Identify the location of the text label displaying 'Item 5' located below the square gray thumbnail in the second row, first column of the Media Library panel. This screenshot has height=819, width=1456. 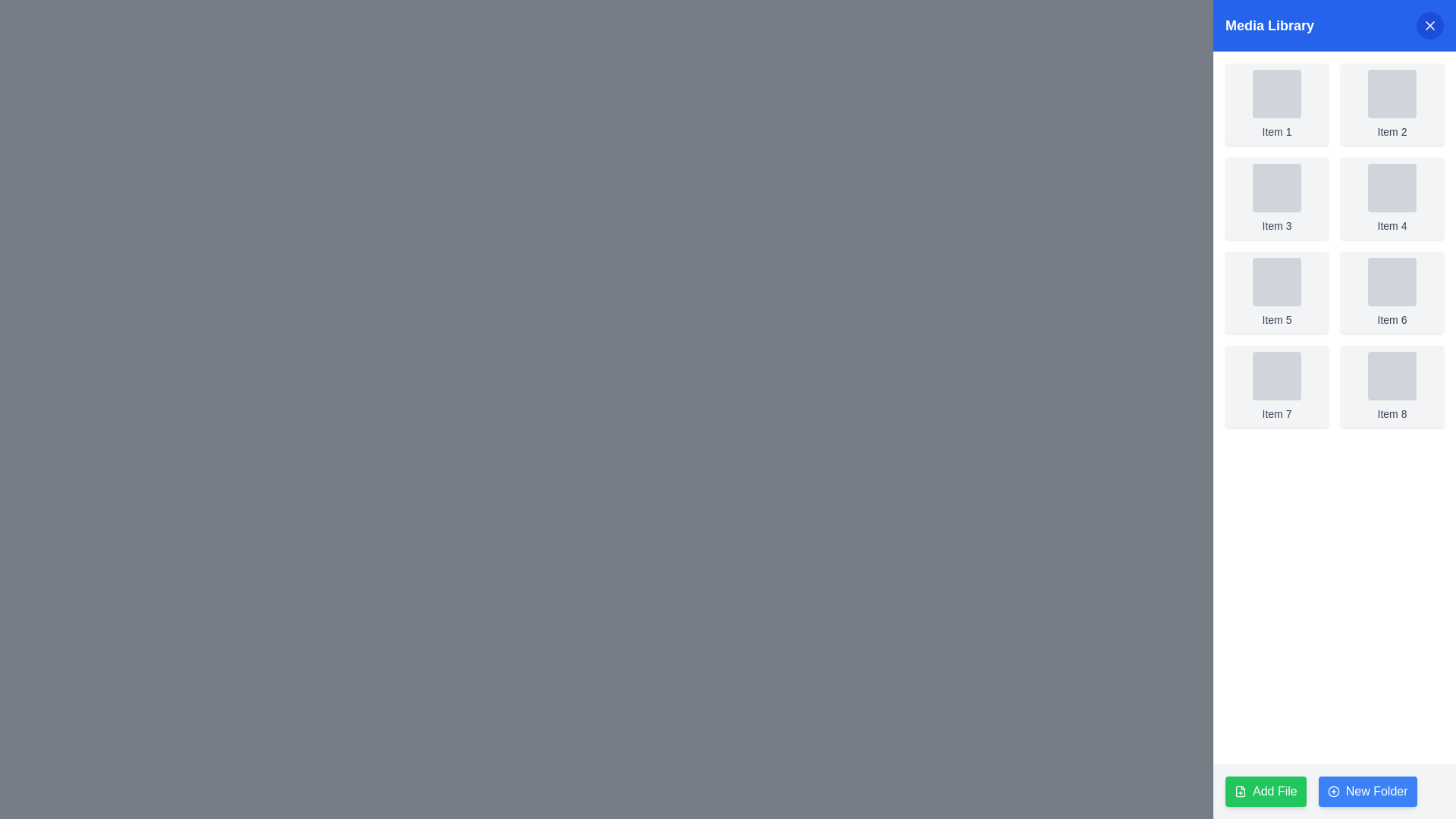
(1276, 318).